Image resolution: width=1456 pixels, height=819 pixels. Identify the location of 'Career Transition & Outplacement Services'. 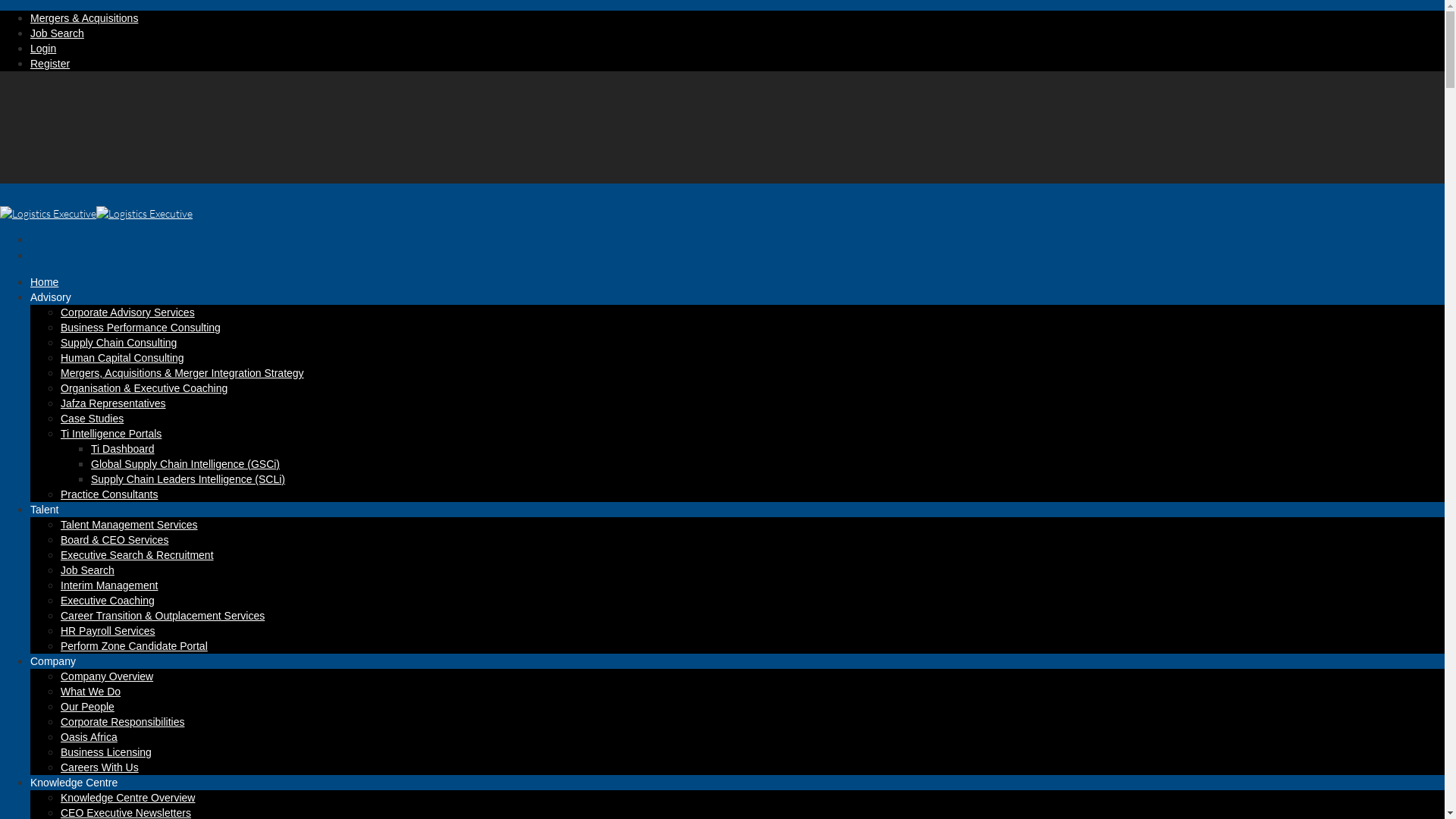
(162, 616).